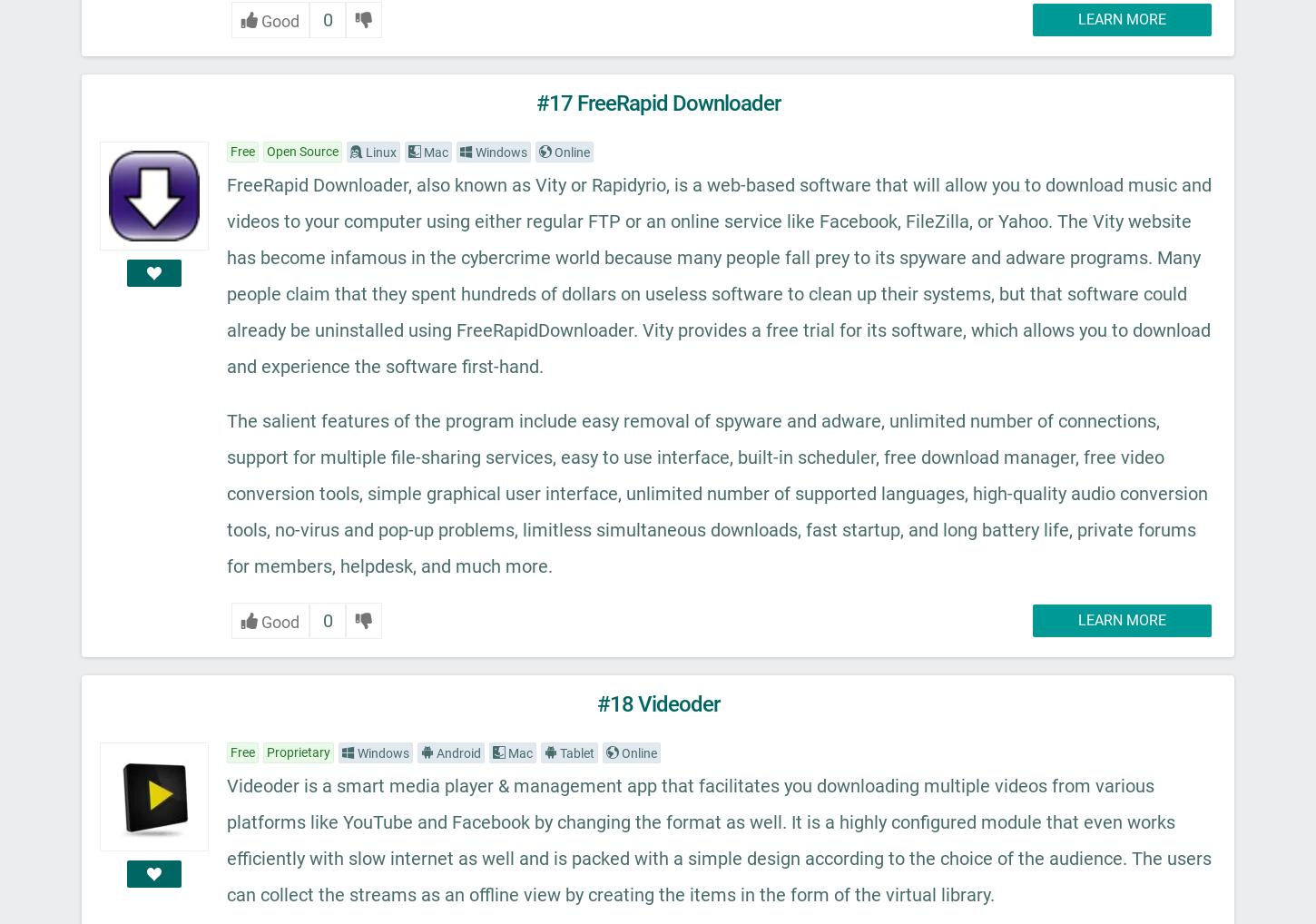 The width and height of the screenshot is (1316, 924). I want to click on 'FreeRapid Downloader, also known as Vity or Rapidyrio, is a web-based software that will allow you to download music and videos to your computer using either regular FTP or an online service like Facebook, FileZilla, or Yahoo. The Vity website has become infamous in the cybercrime world because many people fall prey to its spyware and adware programs. Many people claim that they spent hundreds of dollars on useless software to clean up their systems, but that software could already be uninstalled using FreeRapidDownloader. Vity provides a free trial for its software, which allows you to download and experience the software first-hand.', so click(719, 275).